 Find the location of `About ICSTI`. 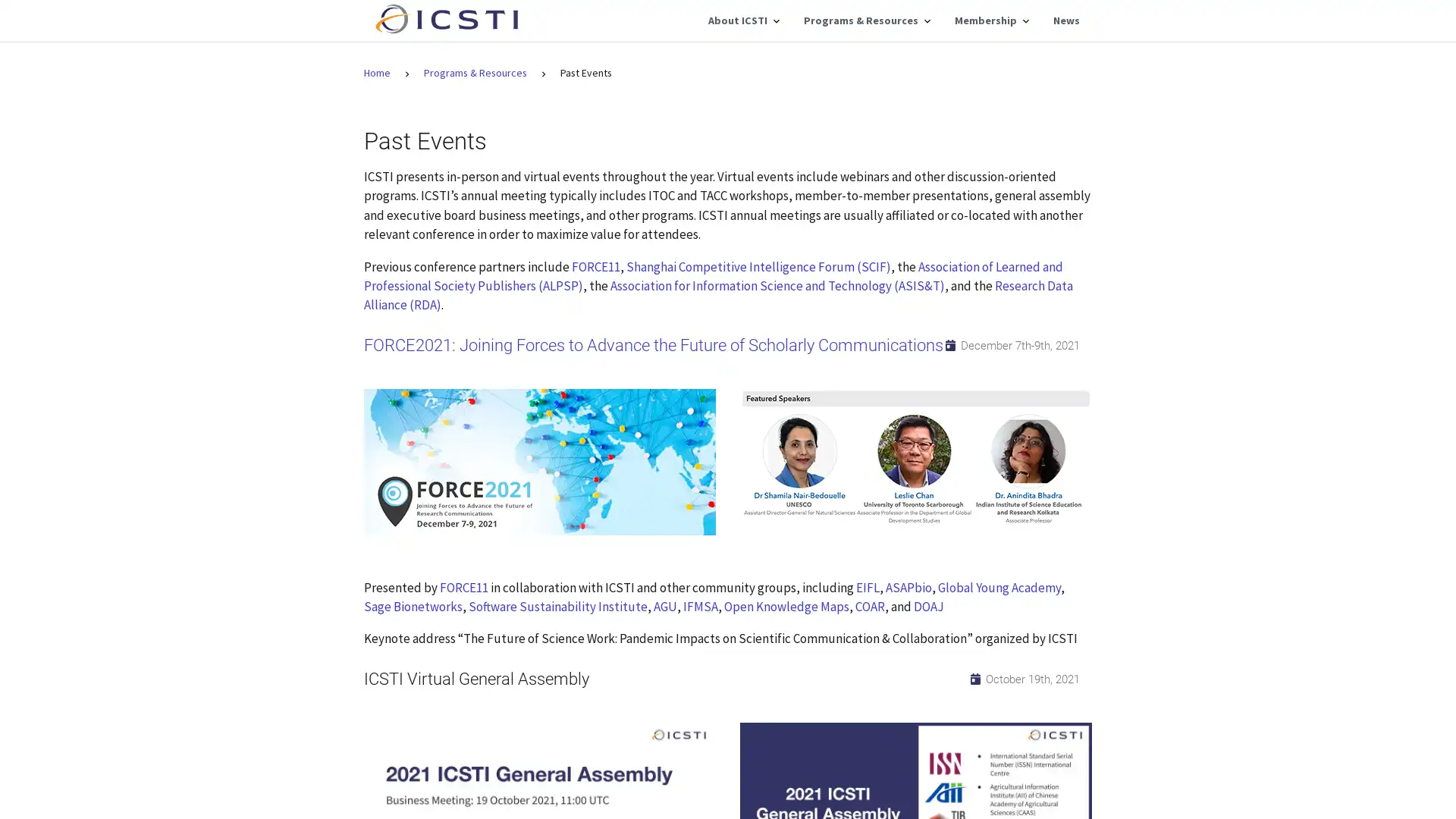

About ICSTI is located at coordinates (743, 20).